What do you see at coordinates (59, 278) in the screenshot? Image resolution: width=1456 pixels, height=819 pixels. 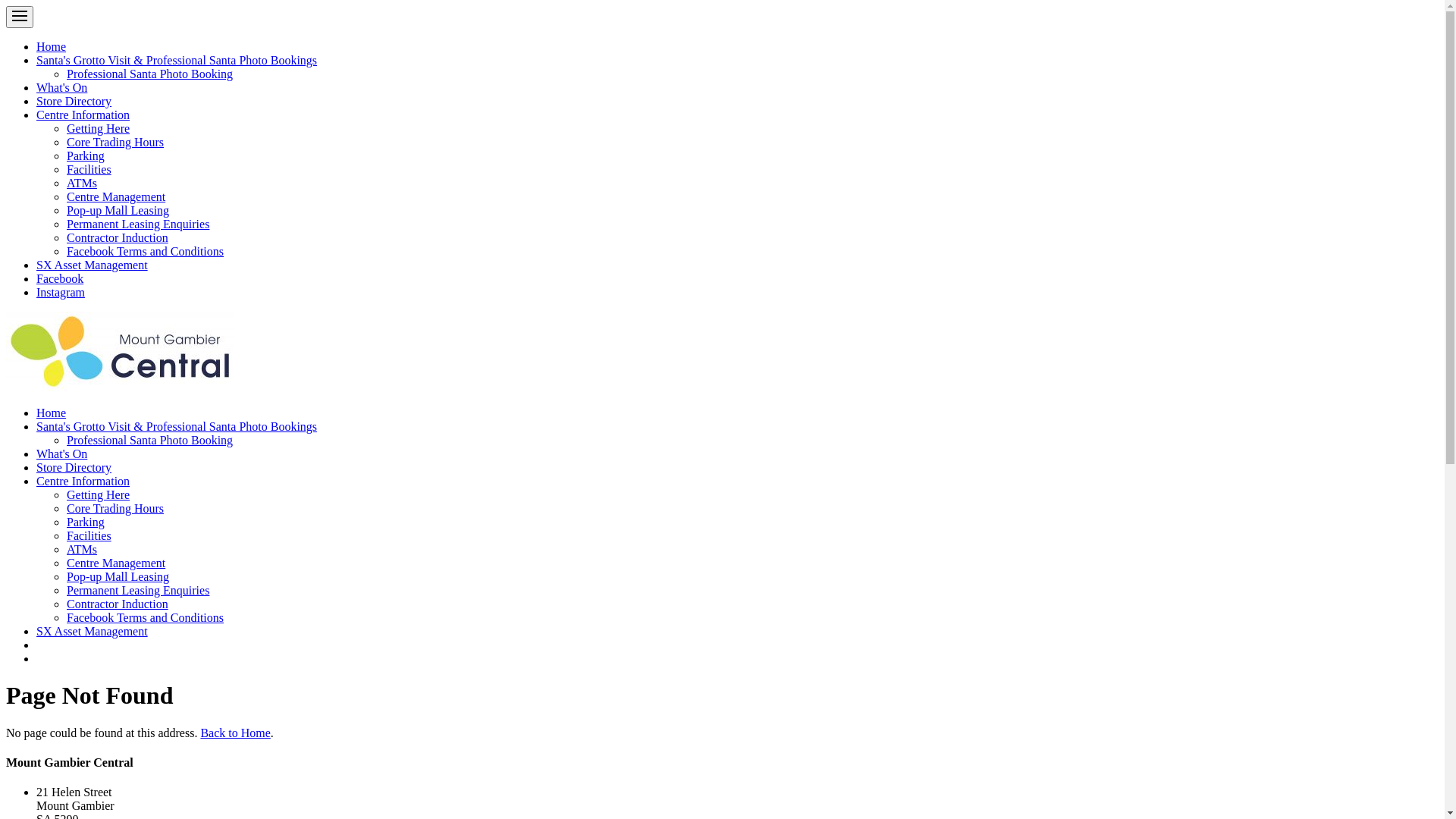 I see `'Facebook'` at bounding box center [59, 278].